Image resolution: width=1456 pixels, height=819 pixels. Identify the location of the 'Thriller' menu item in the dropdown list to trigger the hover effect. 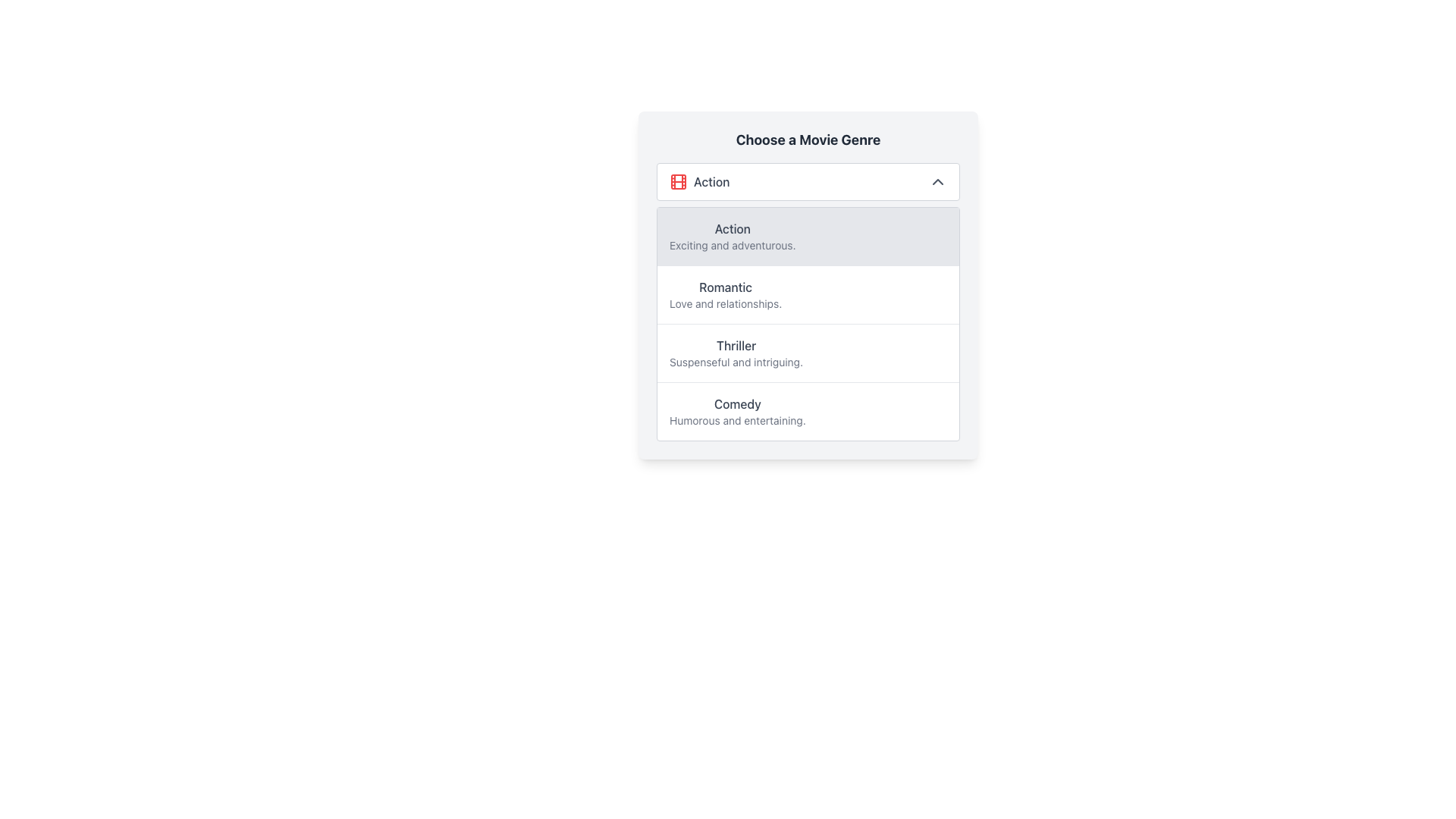
(807, 353).